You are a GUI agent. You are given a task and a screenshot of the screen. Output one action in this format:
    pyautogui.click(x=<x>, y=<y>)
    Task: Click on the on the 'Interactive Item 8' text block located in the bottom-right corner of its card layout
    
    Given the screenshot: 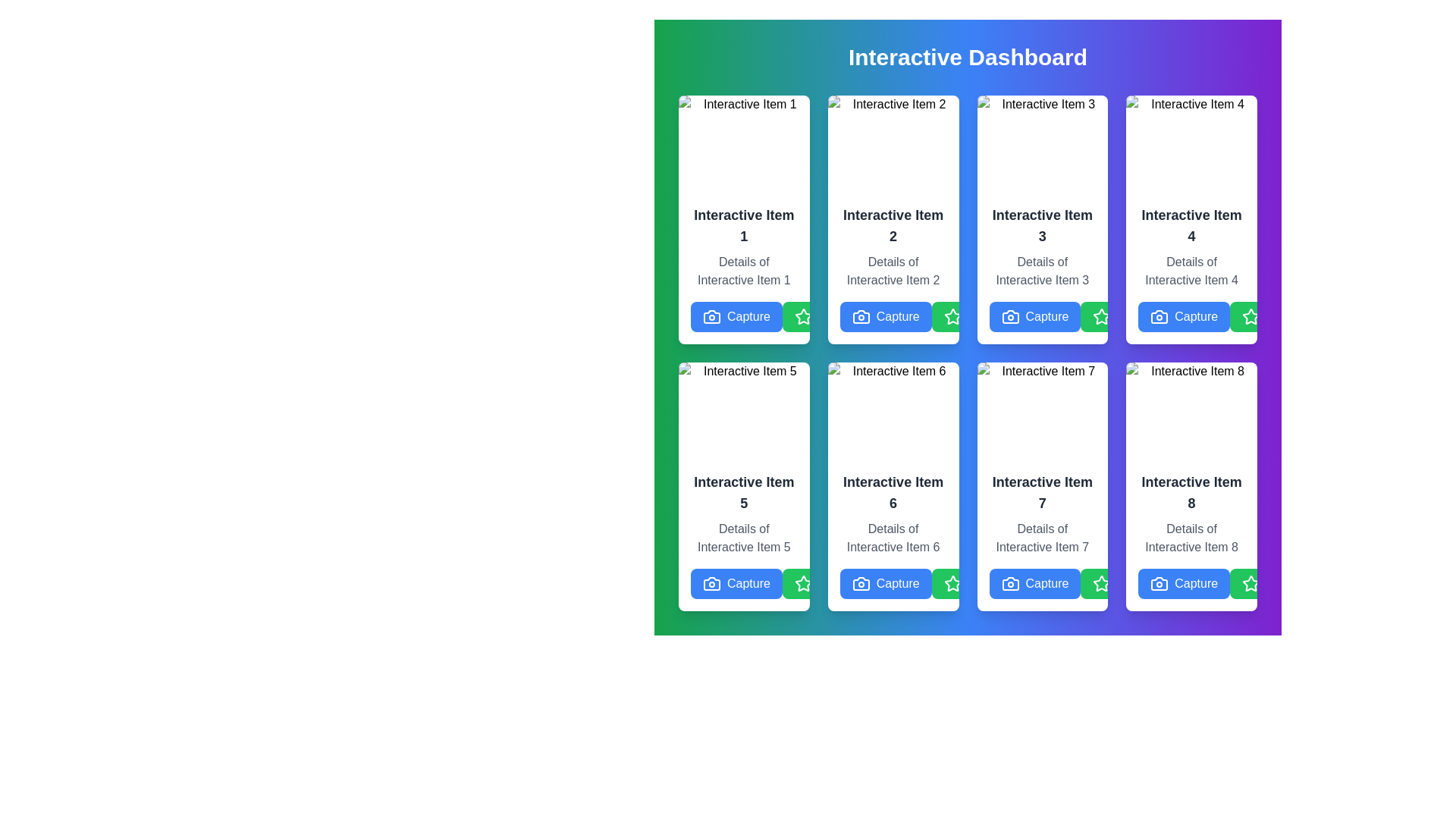 What is the action you would take?
    pyautogui.click(x=1191, y=534)
    